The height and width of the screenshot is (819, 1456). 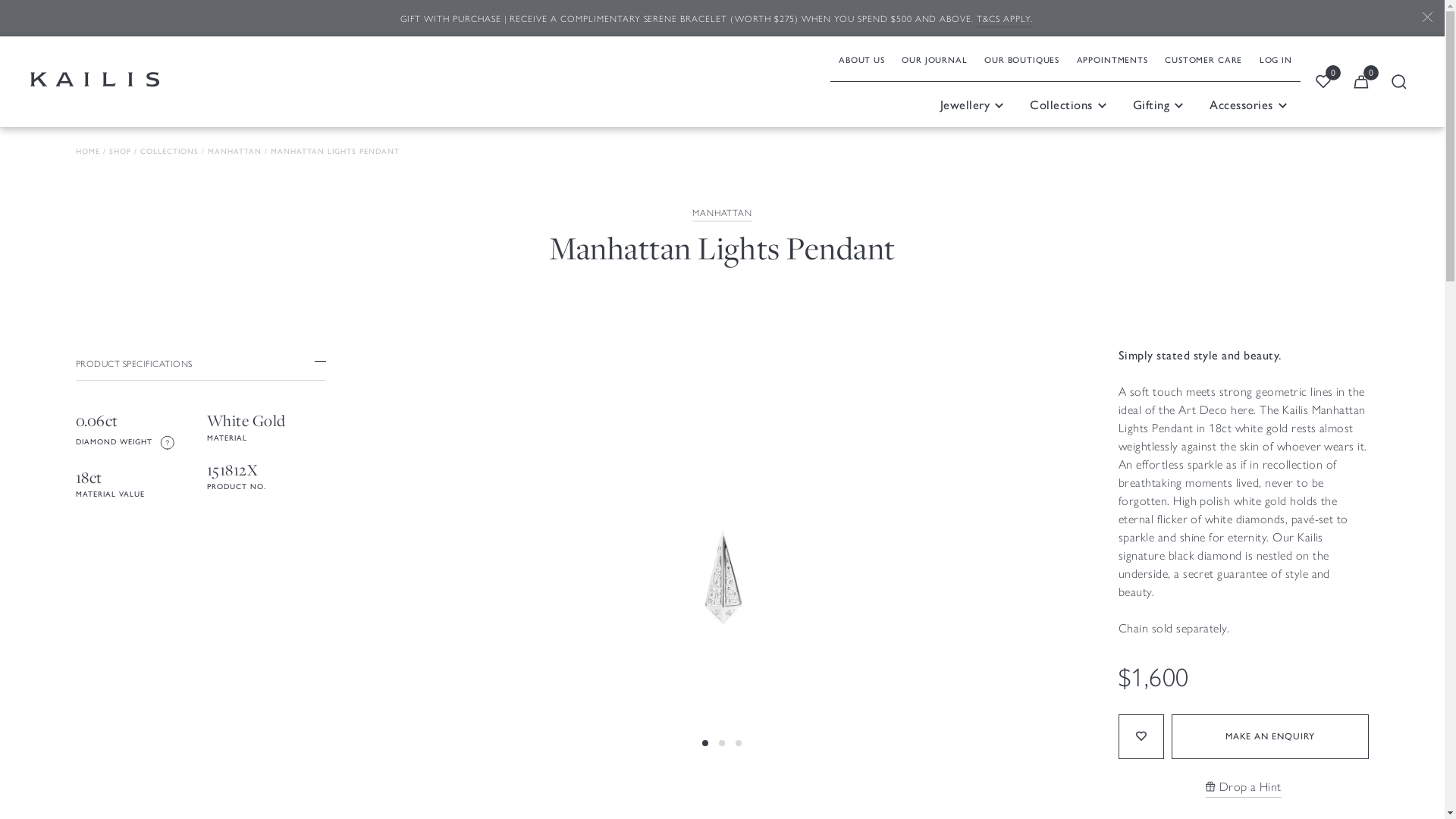 I want to click on '2', so click(x=720, y=780).